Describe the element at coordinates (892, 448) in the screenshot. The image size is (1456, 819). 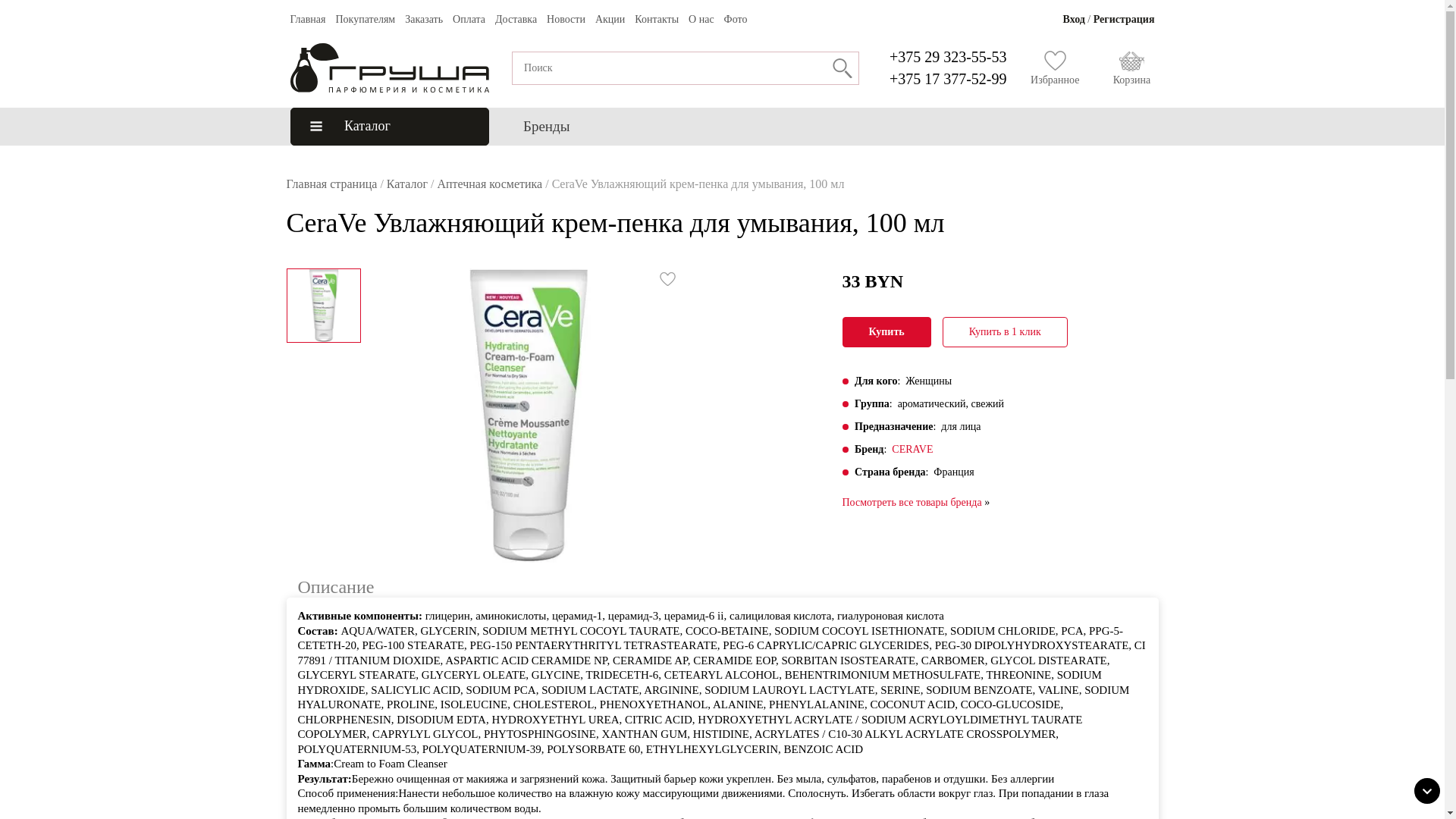
I see `'CERAVE'` at that location.